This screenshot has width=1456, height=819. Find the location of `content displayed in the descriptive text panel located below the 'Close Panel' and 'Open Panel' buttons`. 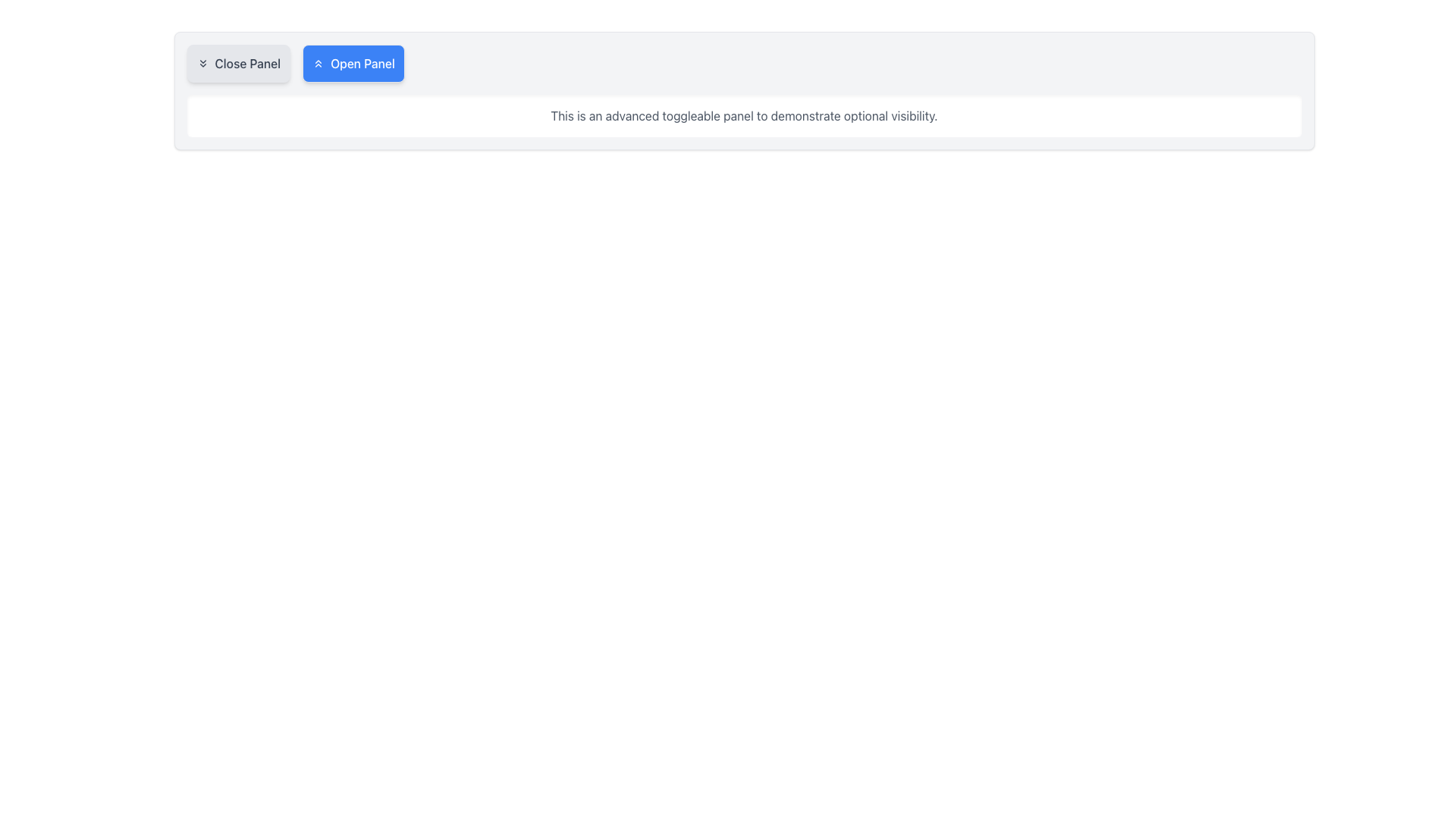

content displayed in the descriptive text panel located below the 'Close Panel' and 'Open Panel' buttons is located at coordinates (744, 115).